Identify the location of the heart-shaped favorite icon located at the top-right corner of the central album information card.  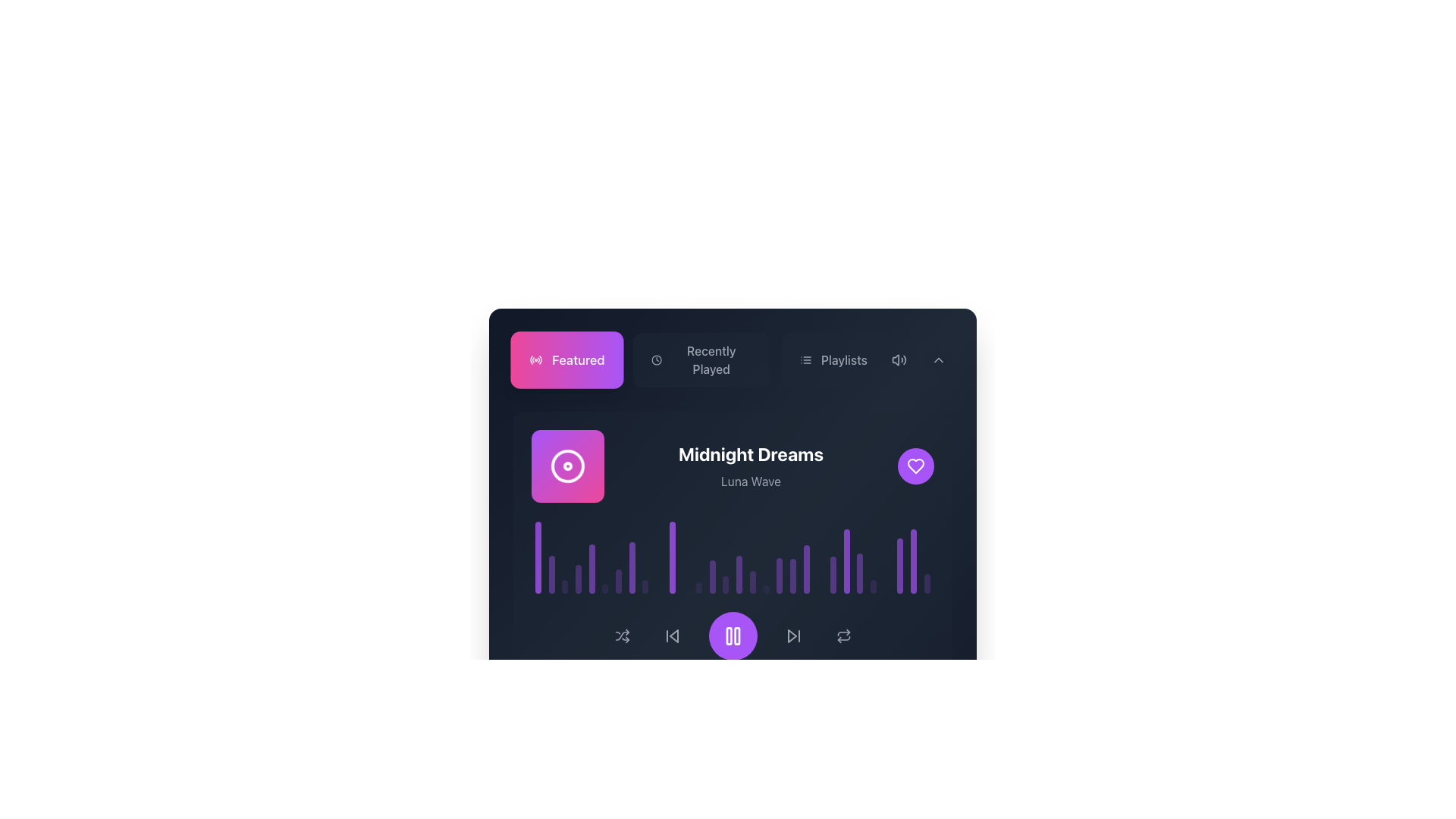
(915, 465).